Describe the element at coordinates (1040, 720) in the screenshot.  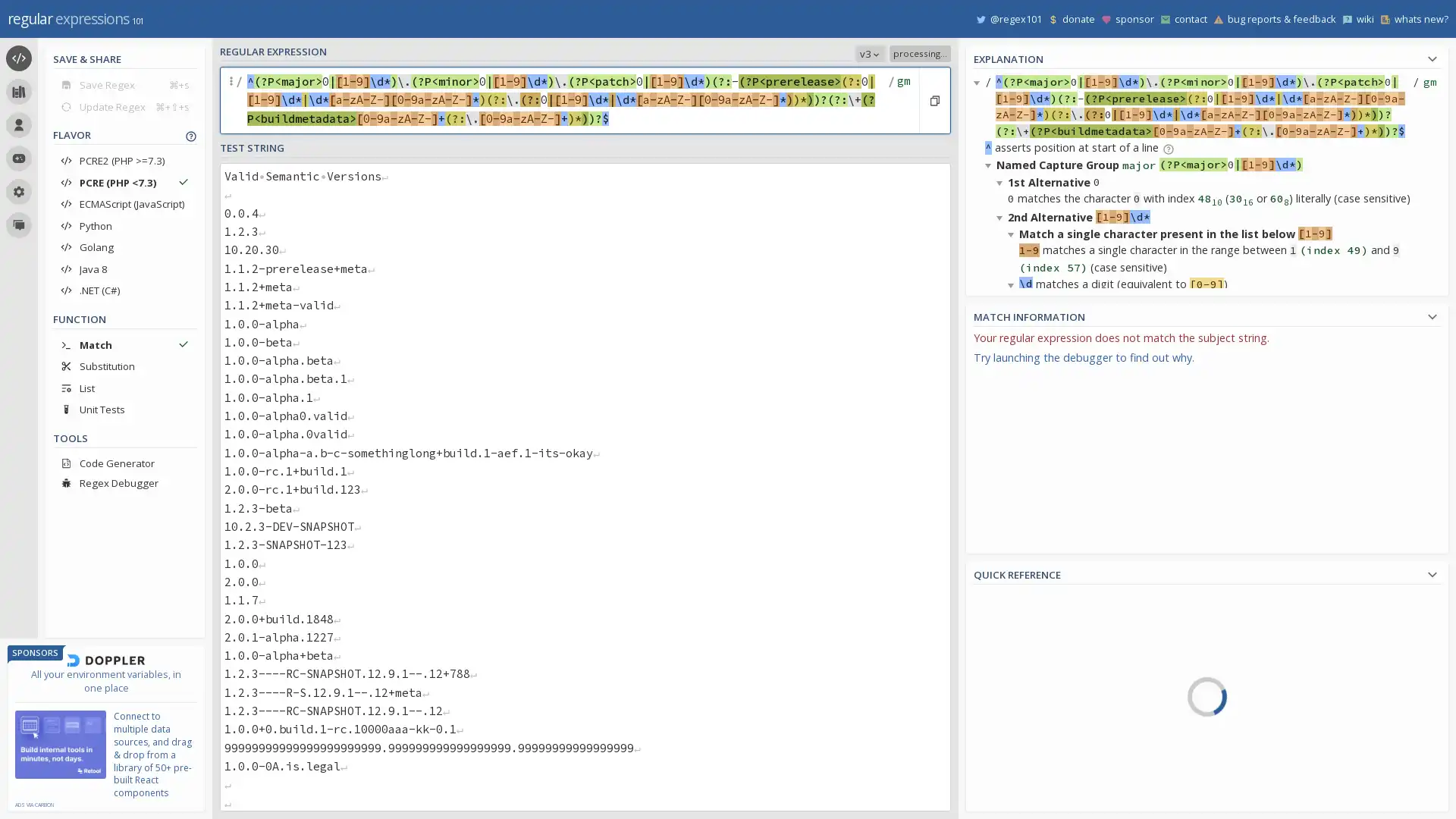
I see `Match 4` at that location.